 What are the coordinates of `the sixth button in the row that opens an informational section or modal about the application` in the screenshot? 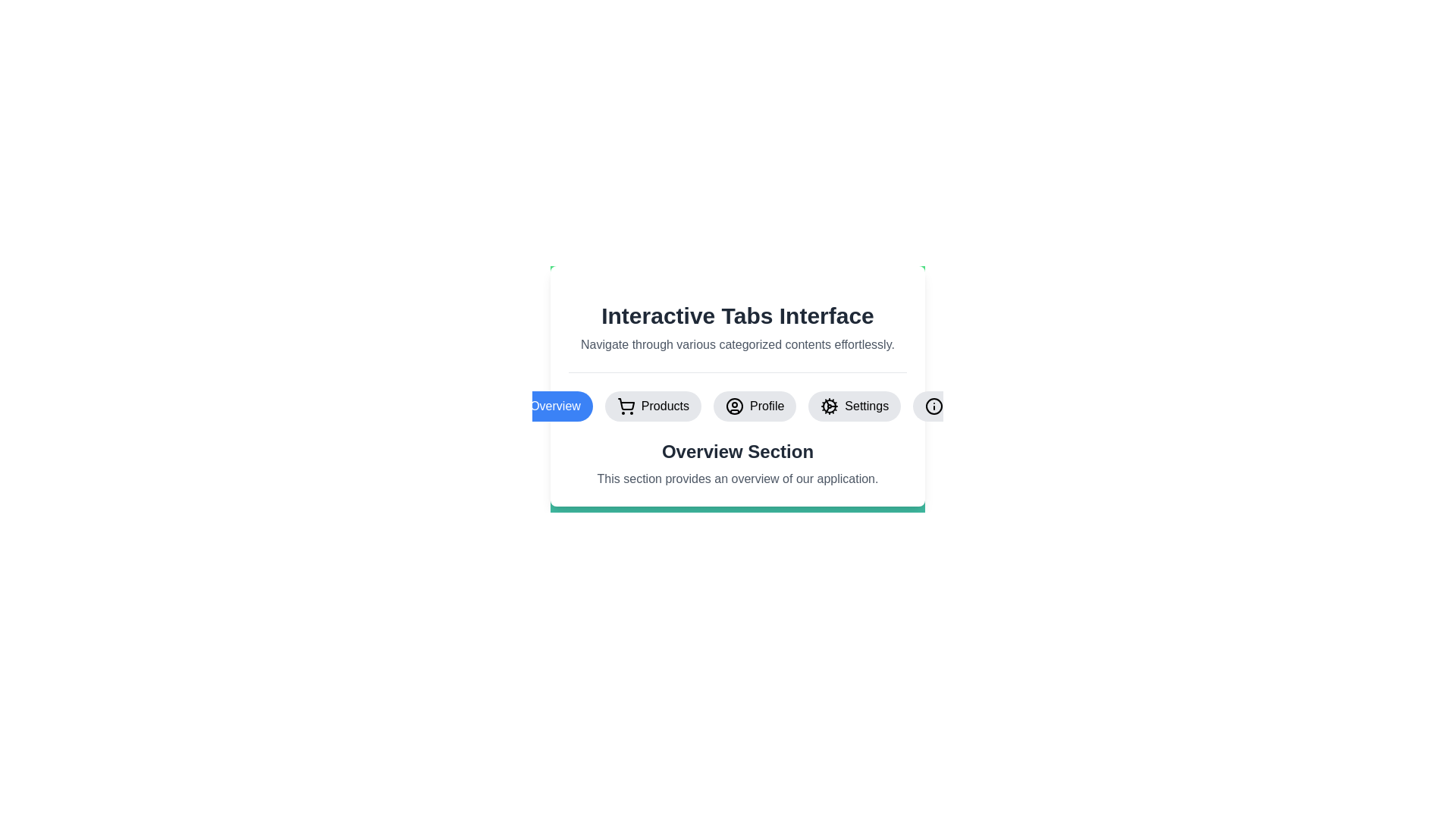 It's located at (946, 406).